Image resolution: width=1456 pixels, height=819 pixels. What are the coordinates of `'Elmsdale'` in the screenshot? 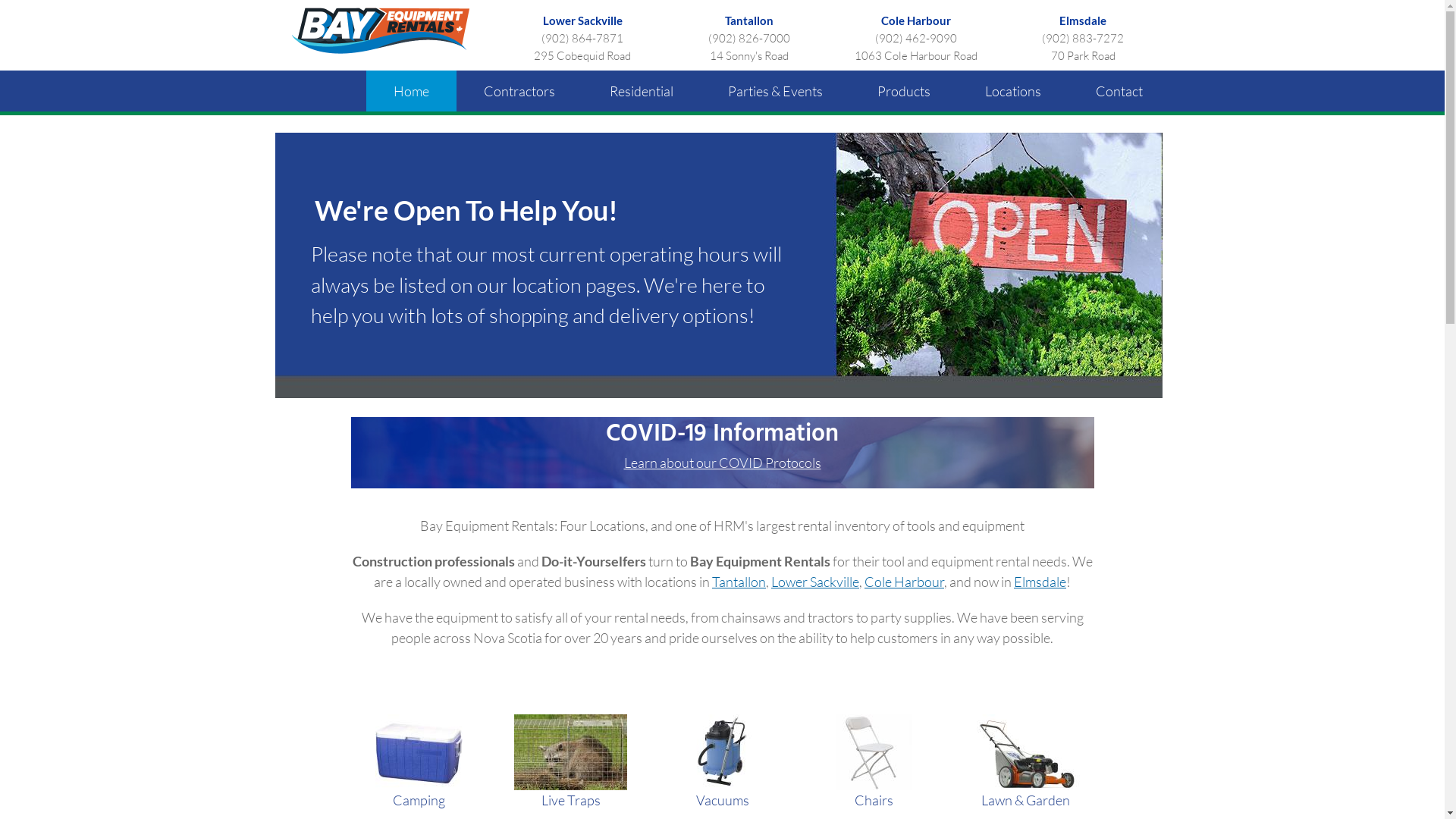 It's located at (1082, 20).